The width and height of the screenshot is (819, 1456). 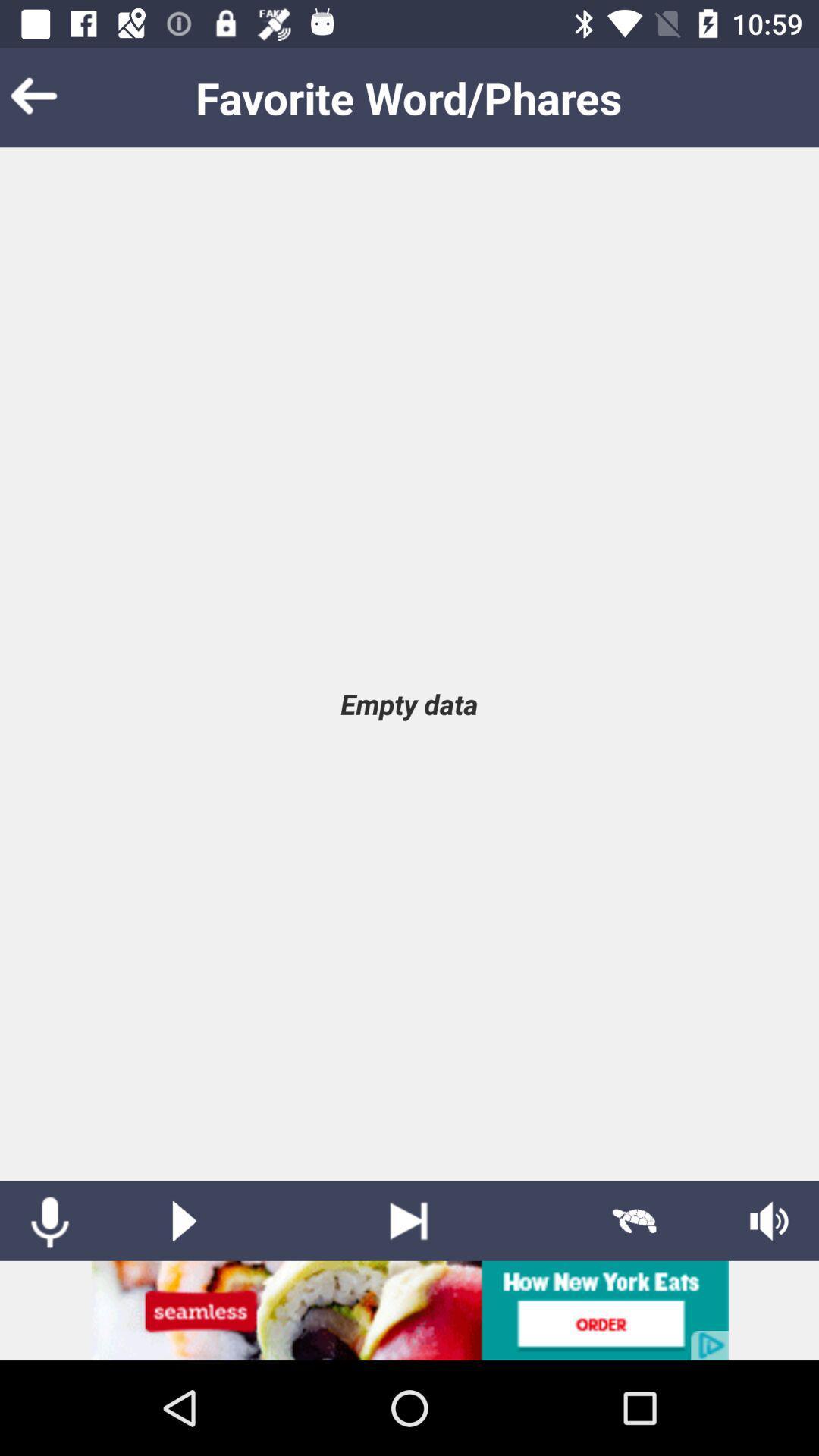 I want to click on the microphone icon, so click(x=49, y=1221).